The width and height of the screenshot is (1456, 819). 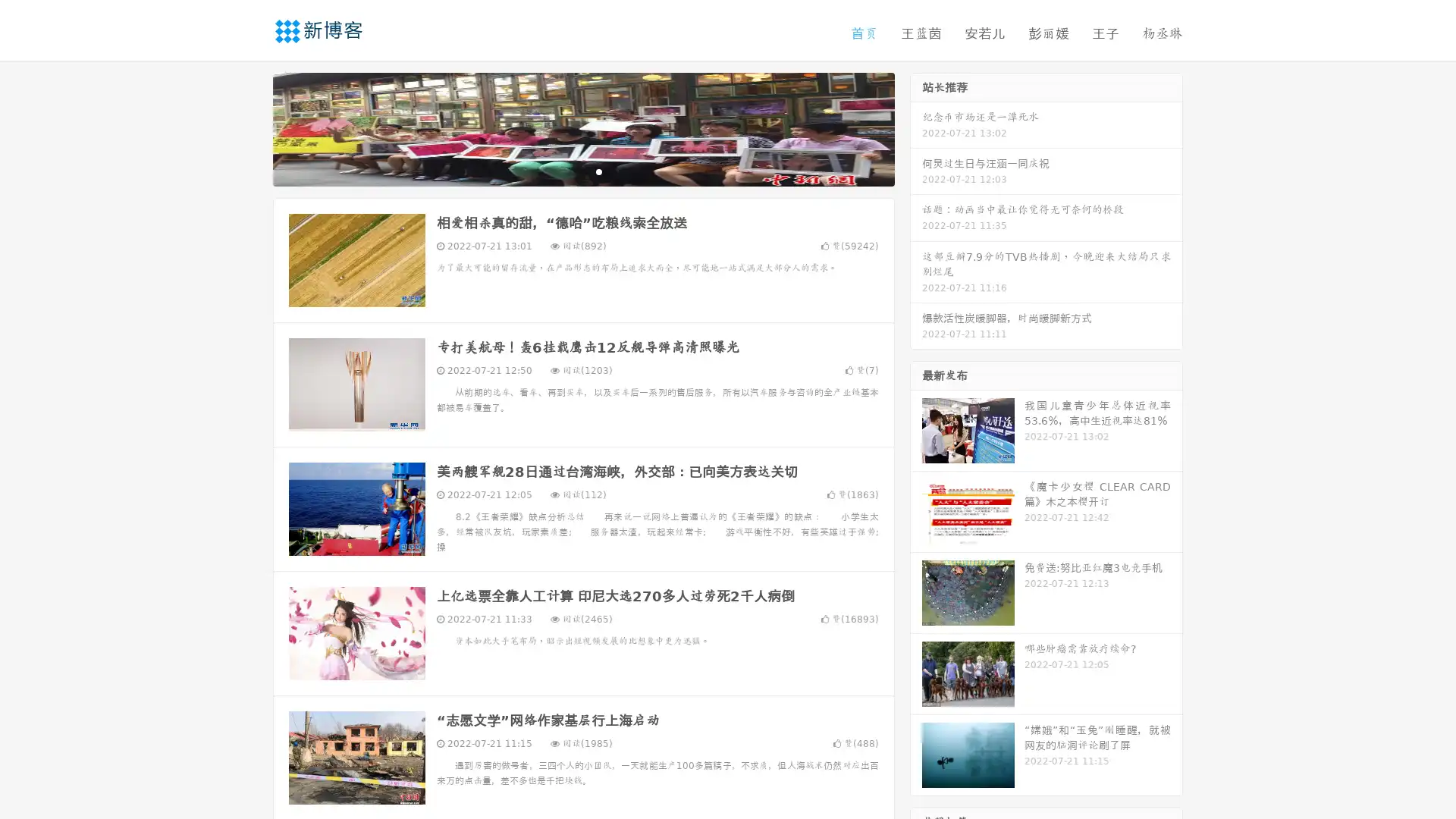 I want to click on Next slide, so click(x=916, y=127).